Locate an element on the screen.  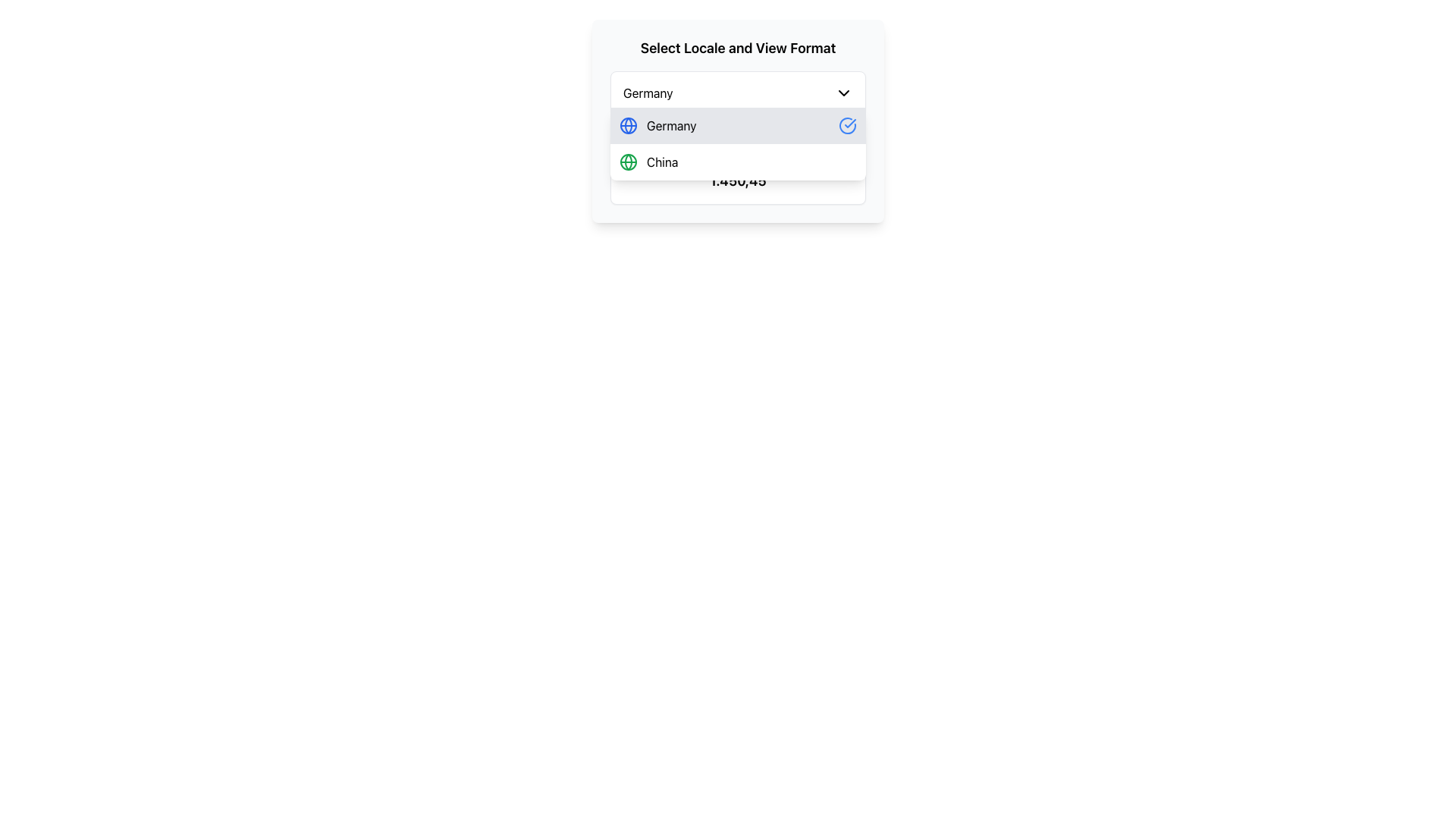
the blue globe-shaped icon adjacent to the text 'Germany' in the list item is located at coordinates (629, 124).